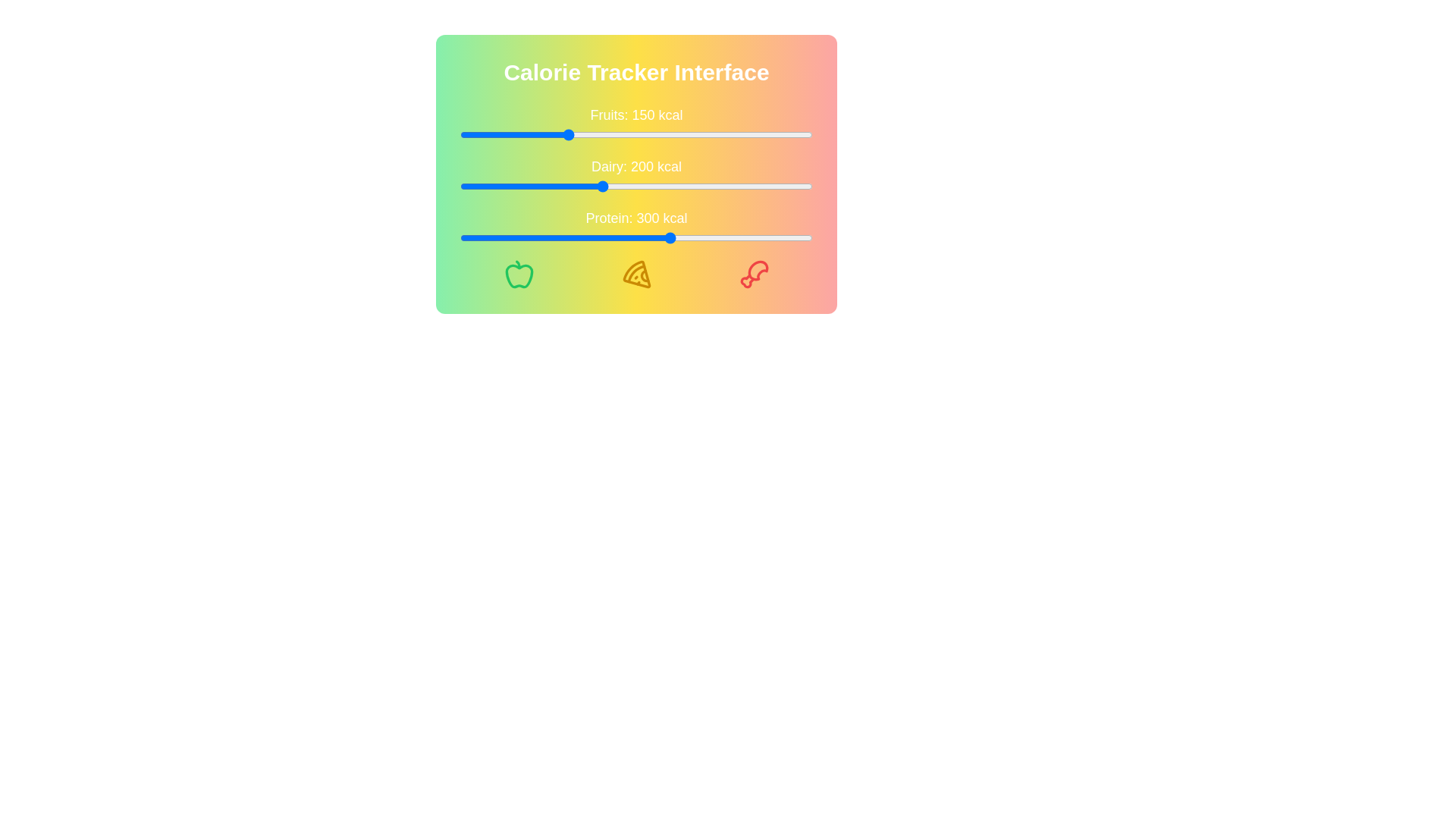 The height and width of the screenshot is (819, 1456). I want to click on the Protein slider to 129 kcal, so click(550, 237).